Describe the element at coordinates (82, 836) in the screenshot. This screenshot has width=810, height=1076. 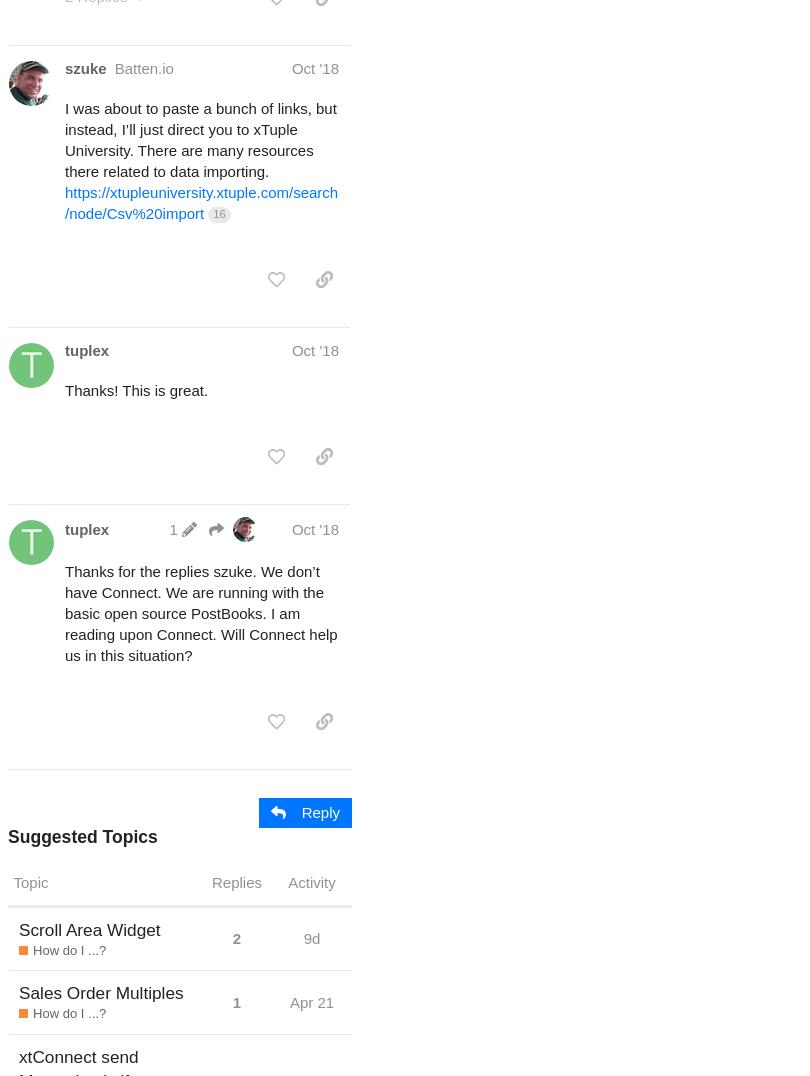
I see `'Suggested Topics'` at that location.